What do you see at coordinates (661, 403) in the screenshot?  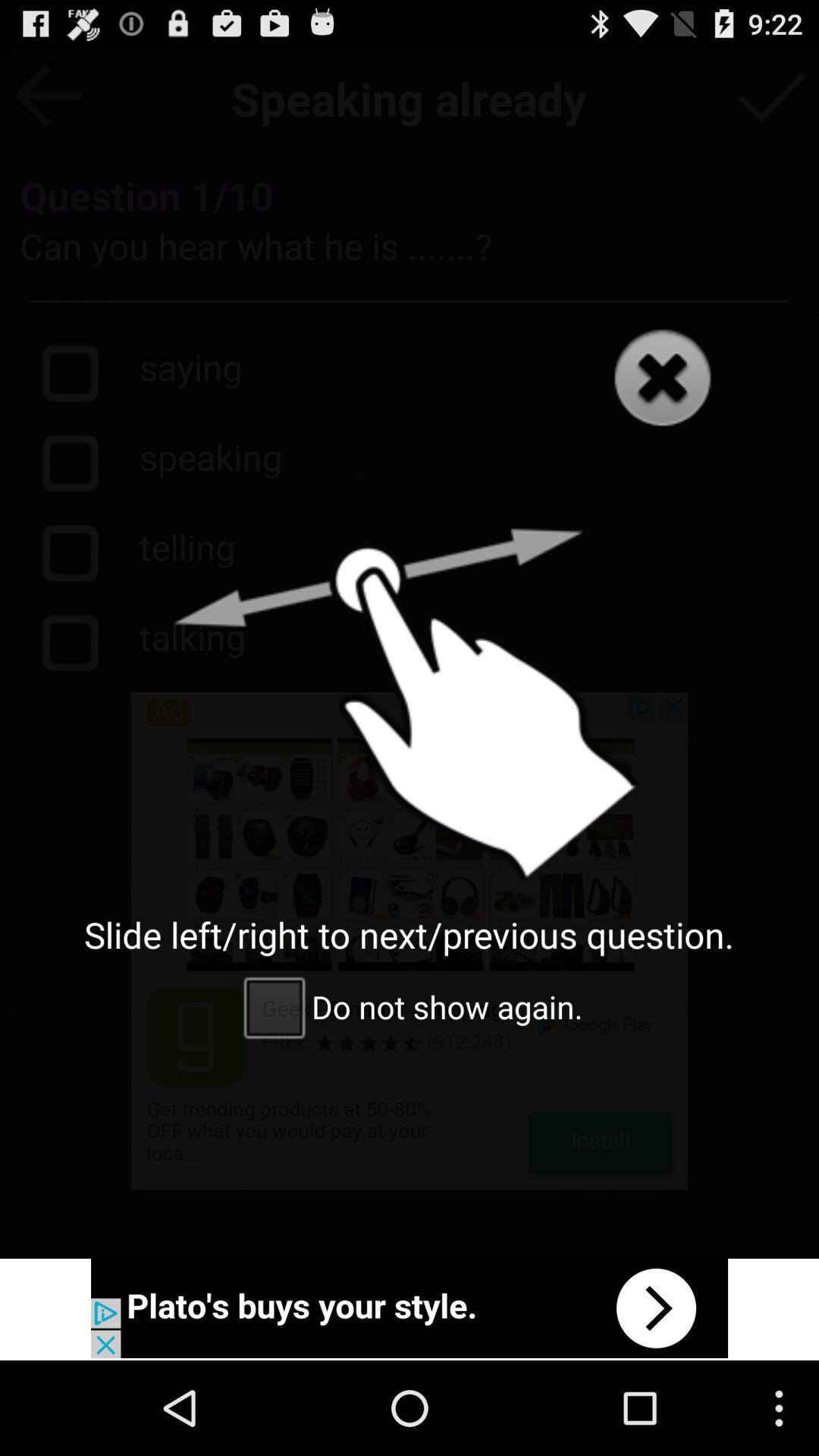 I see `the close icon` at bounding box center [661, 403].